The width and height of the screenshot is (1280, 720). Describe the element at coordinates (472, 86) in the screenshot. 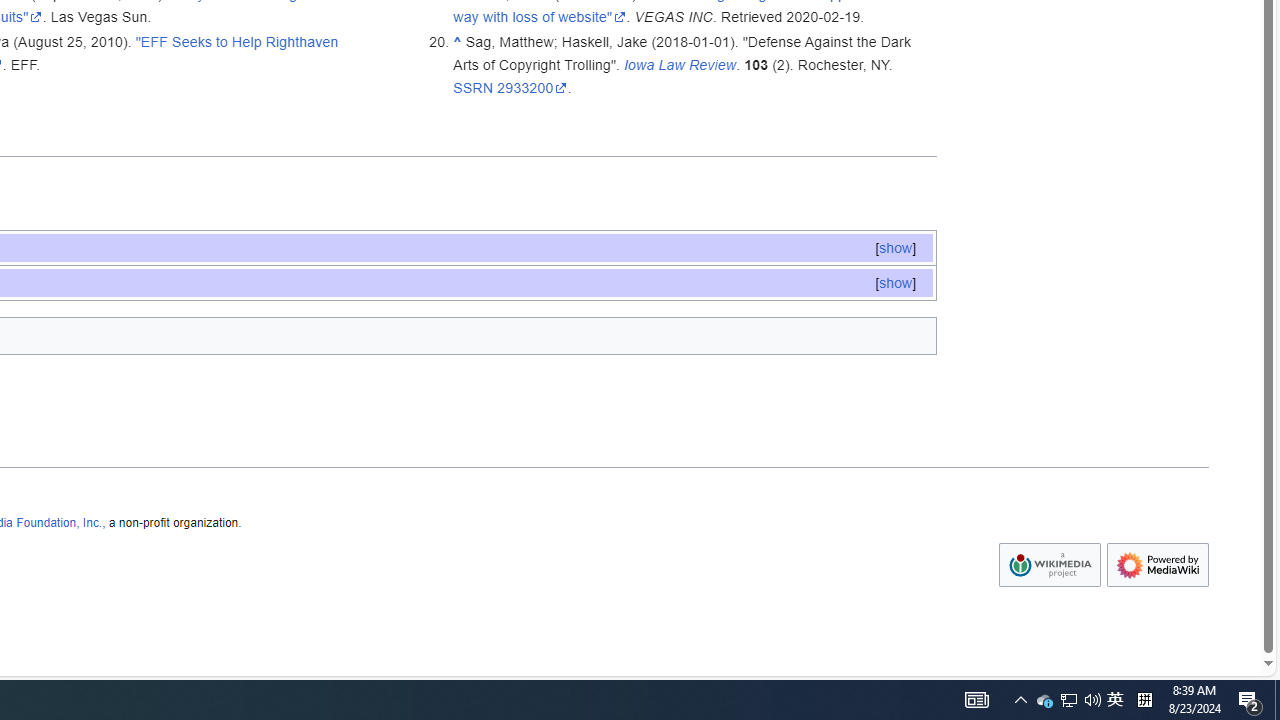

I see `'SSRN'` at that location.